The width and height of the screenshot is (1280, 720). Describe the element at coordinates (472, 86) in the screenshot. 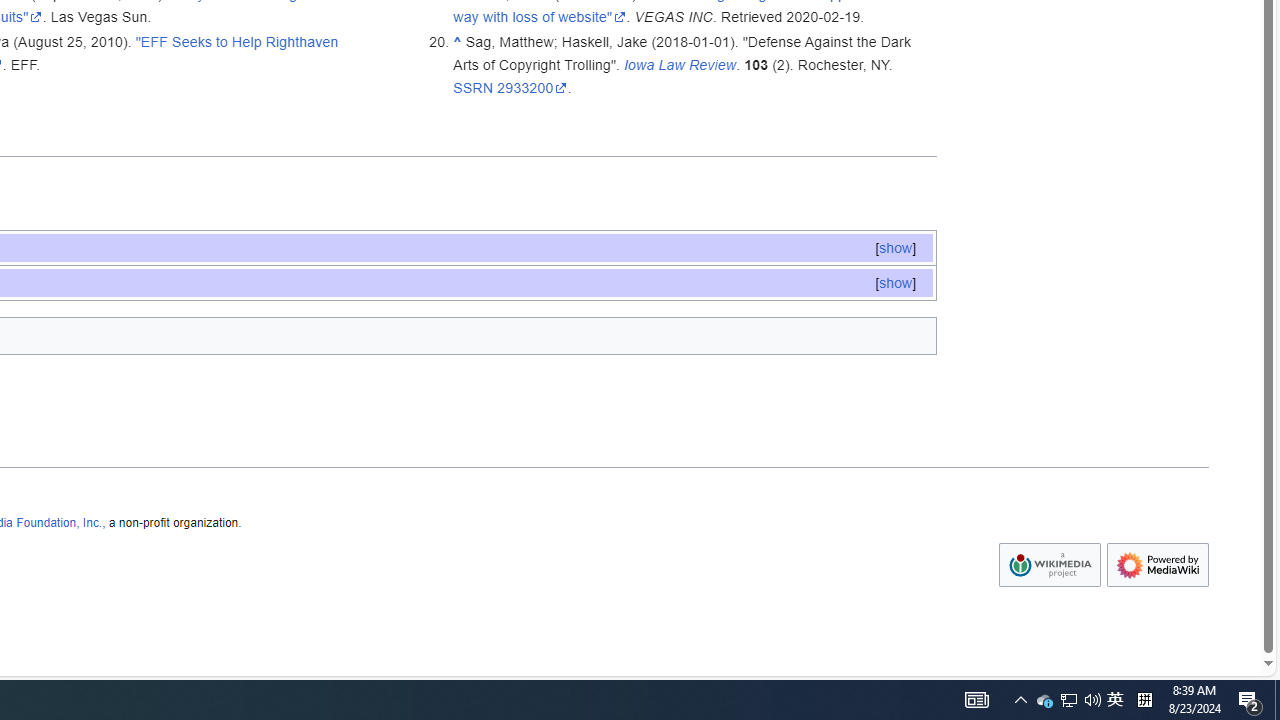

I see `'SSRN'` at that location.